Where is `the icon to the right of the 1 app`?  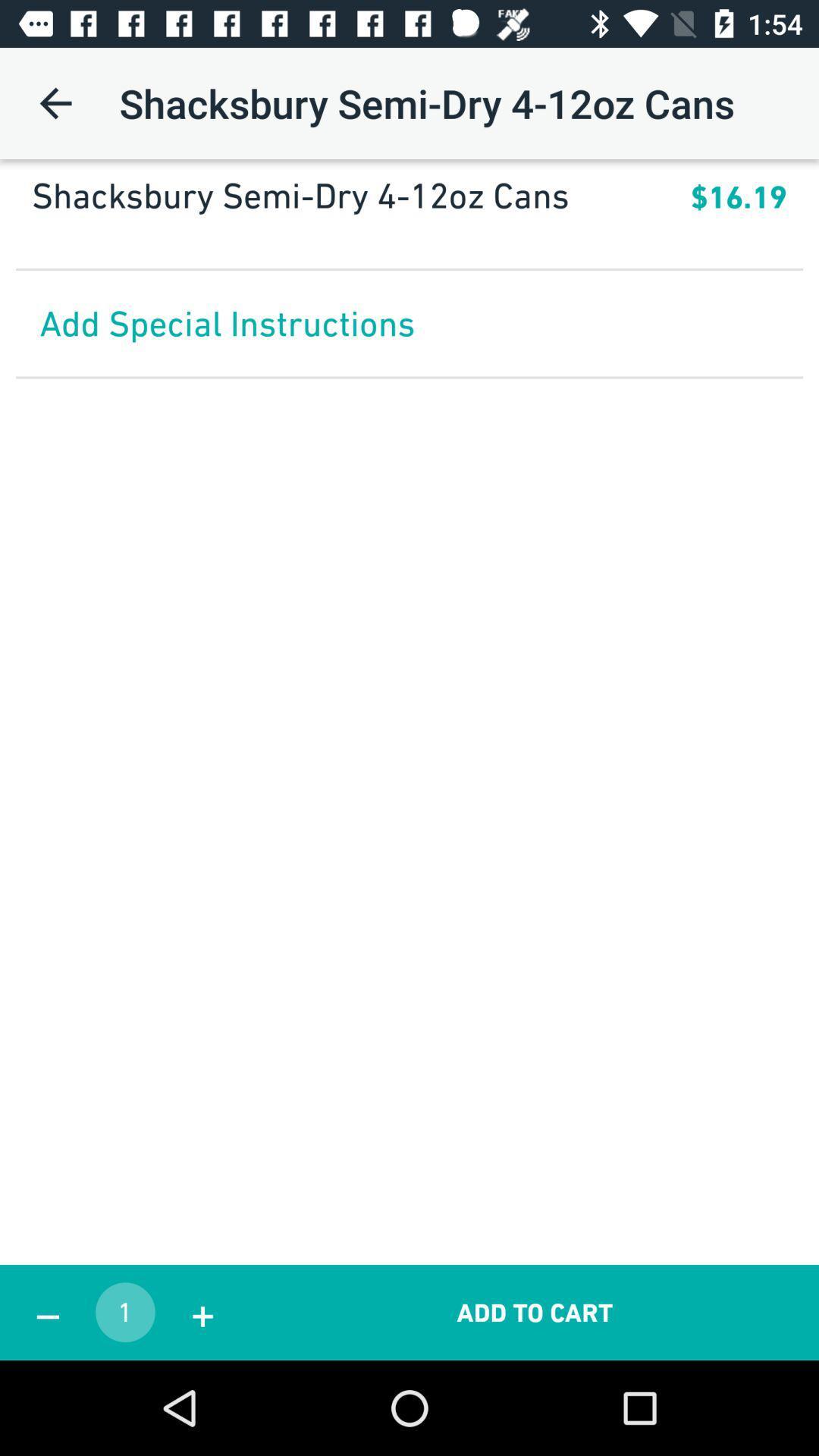 the icon to the right of the 1 app is located at coordinates (202, 1312).